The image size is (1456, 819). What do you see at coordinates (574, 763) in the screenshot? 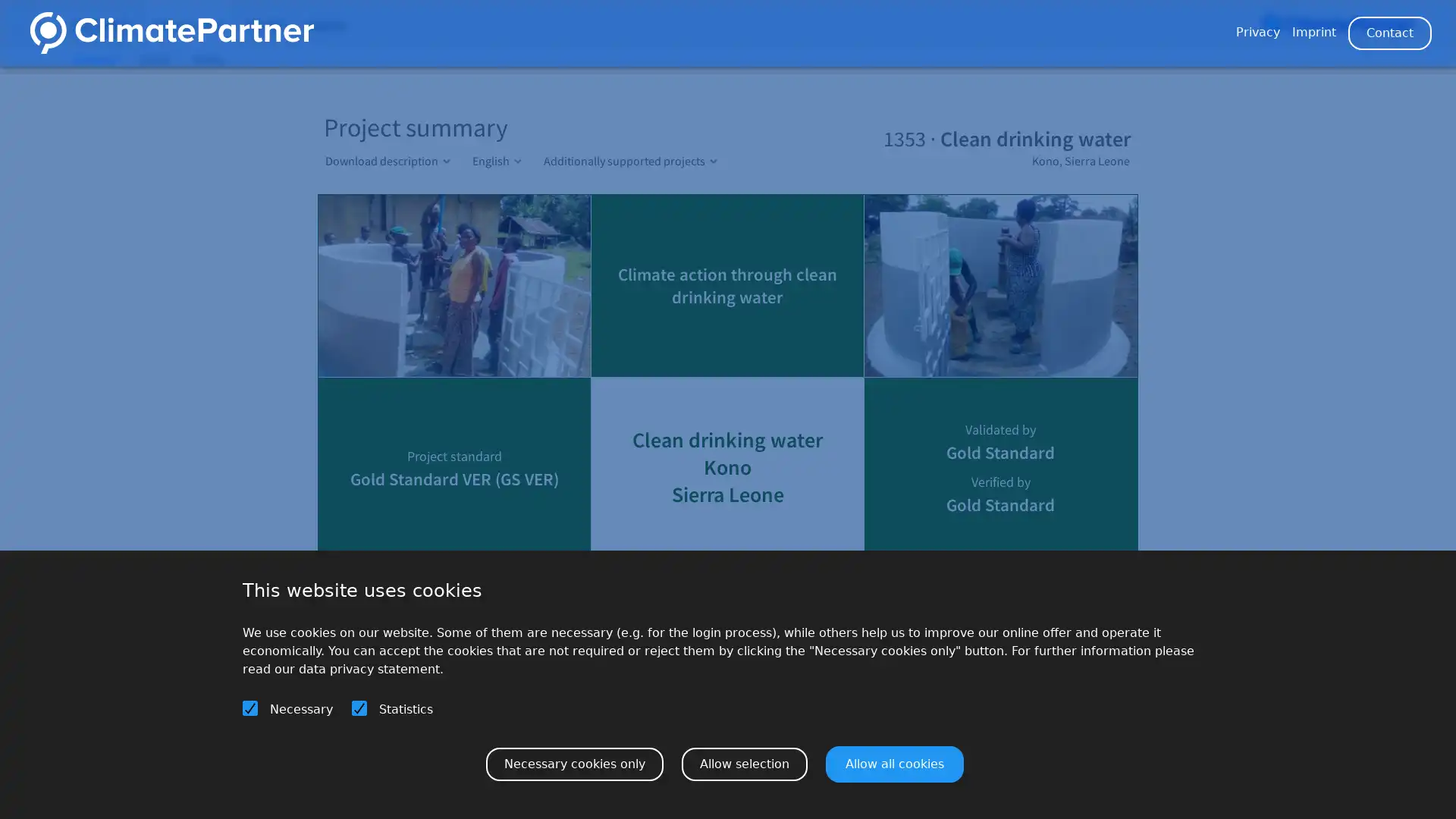
I see `Necessary cookies only` at bounding box center [574, 763].